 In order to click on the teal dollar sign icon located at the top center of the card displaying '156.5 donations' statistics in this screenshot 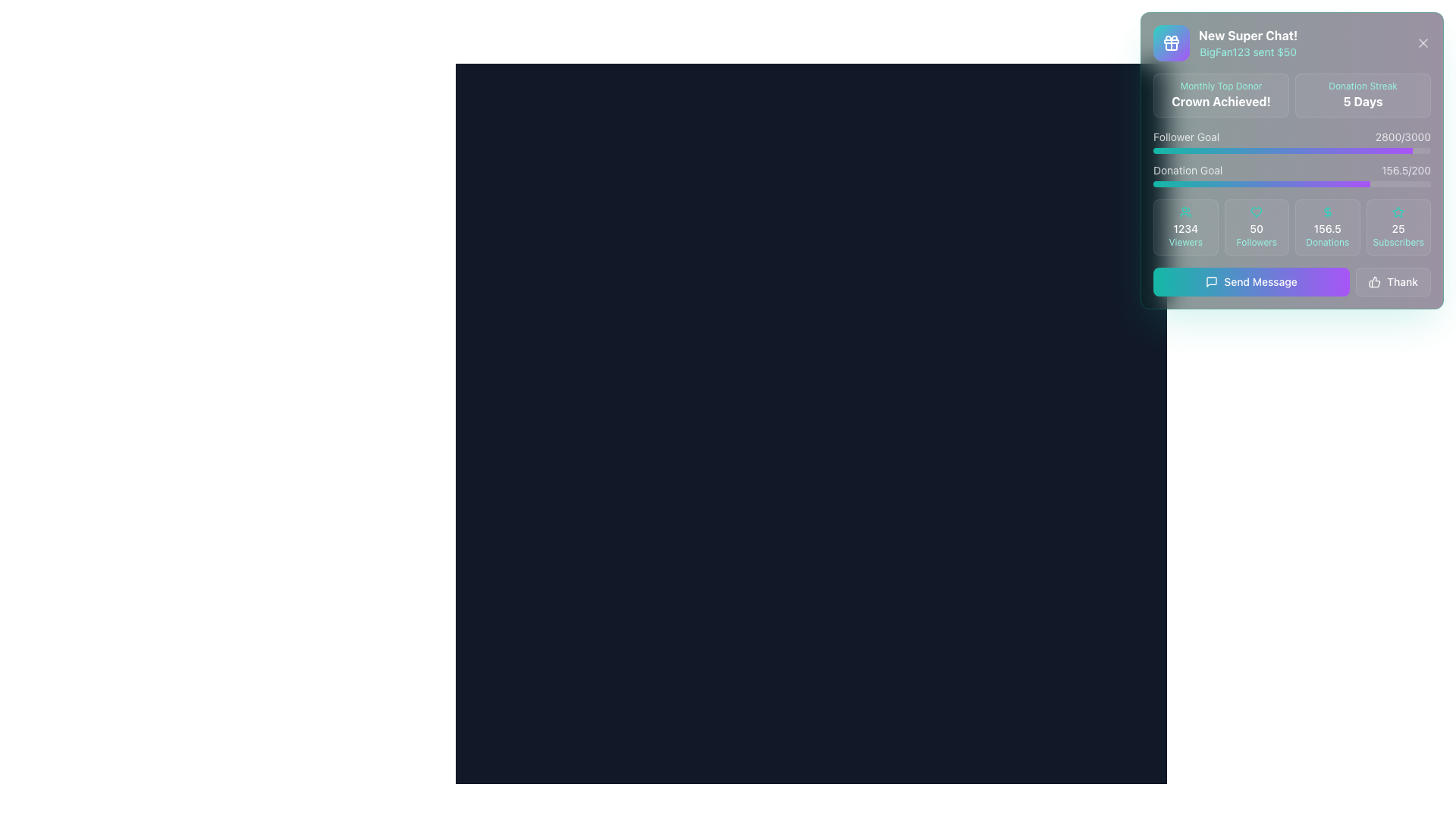, I will do `click(1326, 212)`.